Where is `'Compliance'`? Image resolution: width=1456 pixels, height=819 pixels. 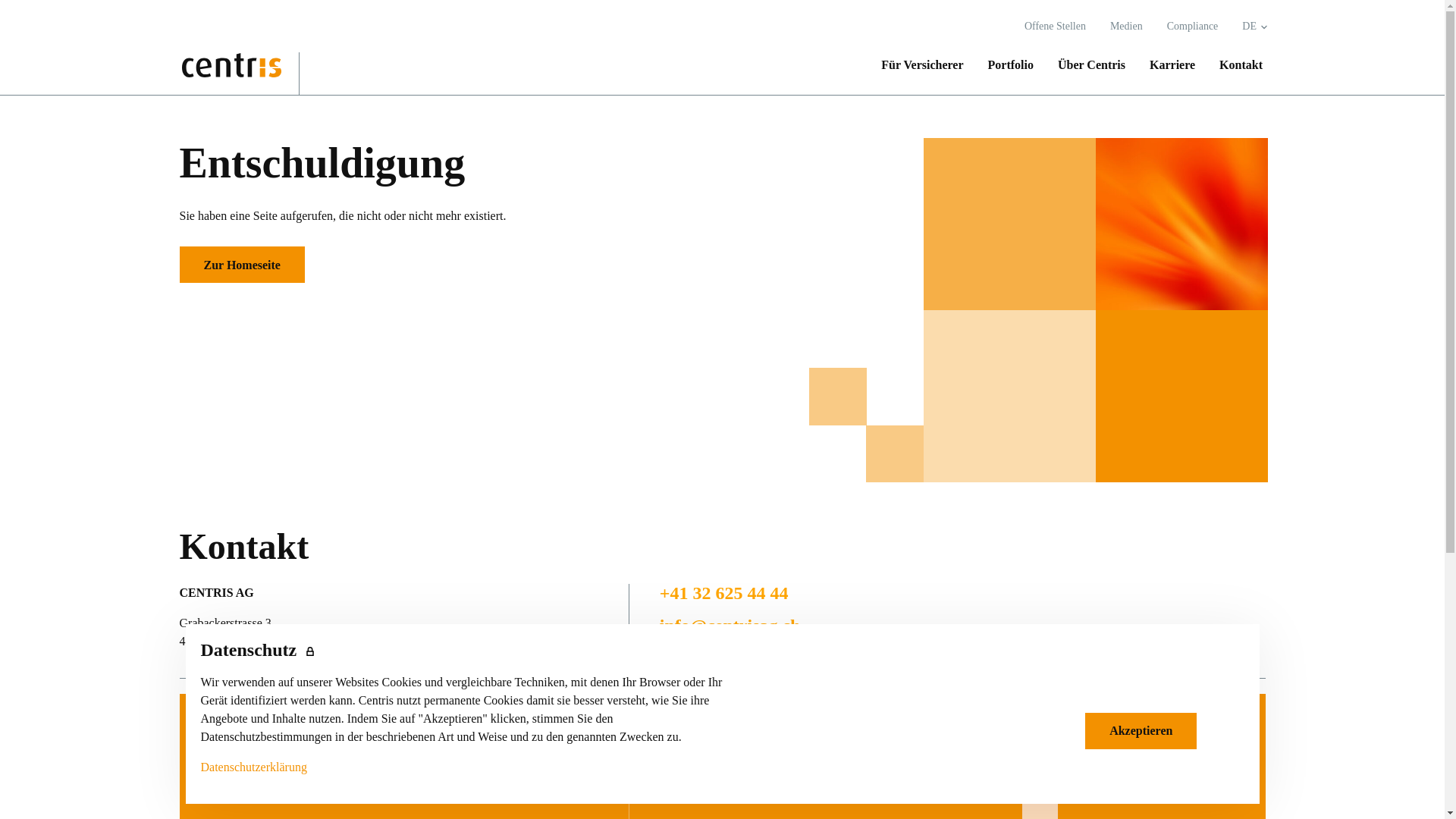
'Compliance' is located at coordinates (1192, 26).